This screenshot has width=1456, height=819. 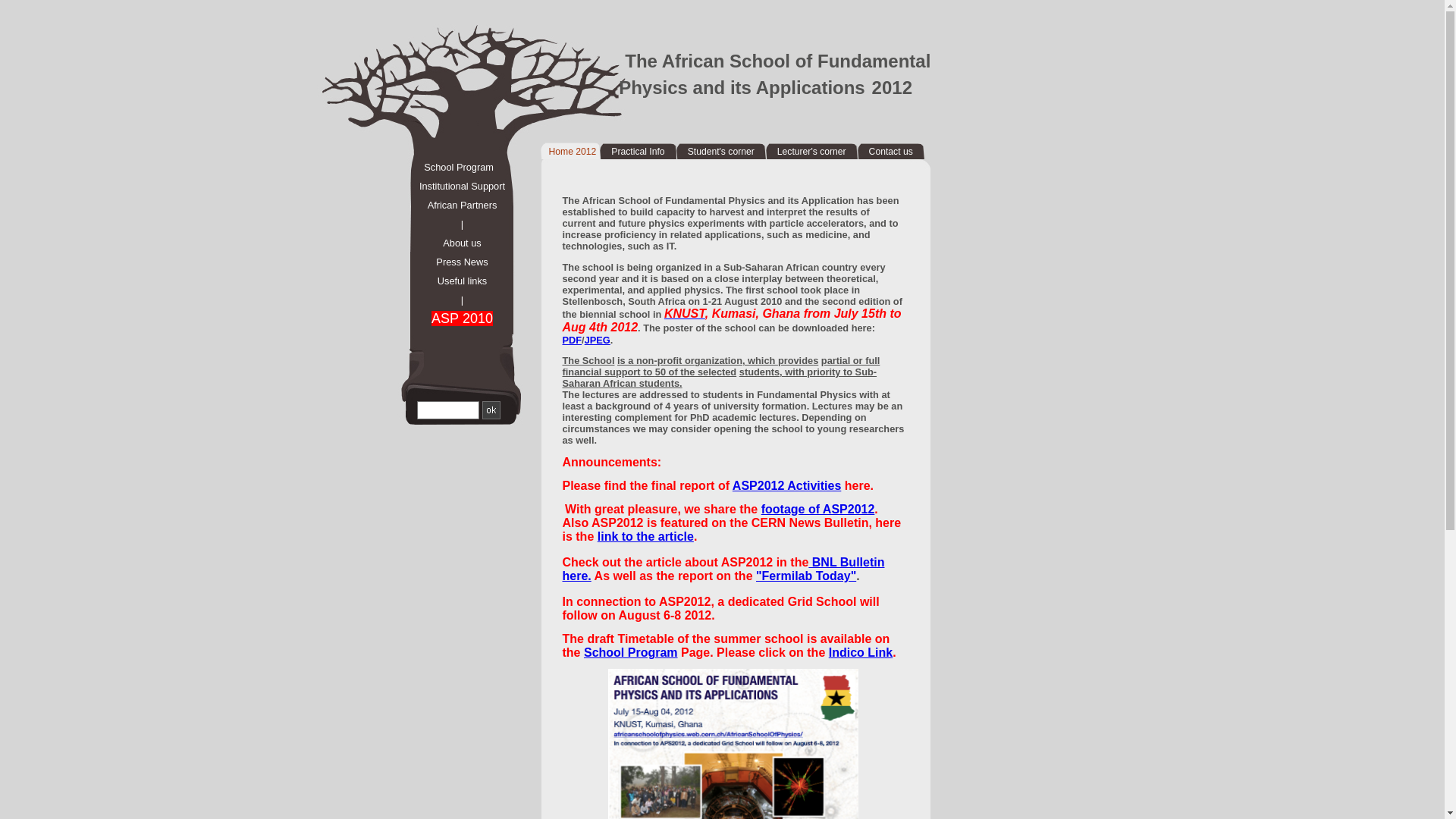 I want to click on 'Lecturer's corner', so click(x=811, y=152).